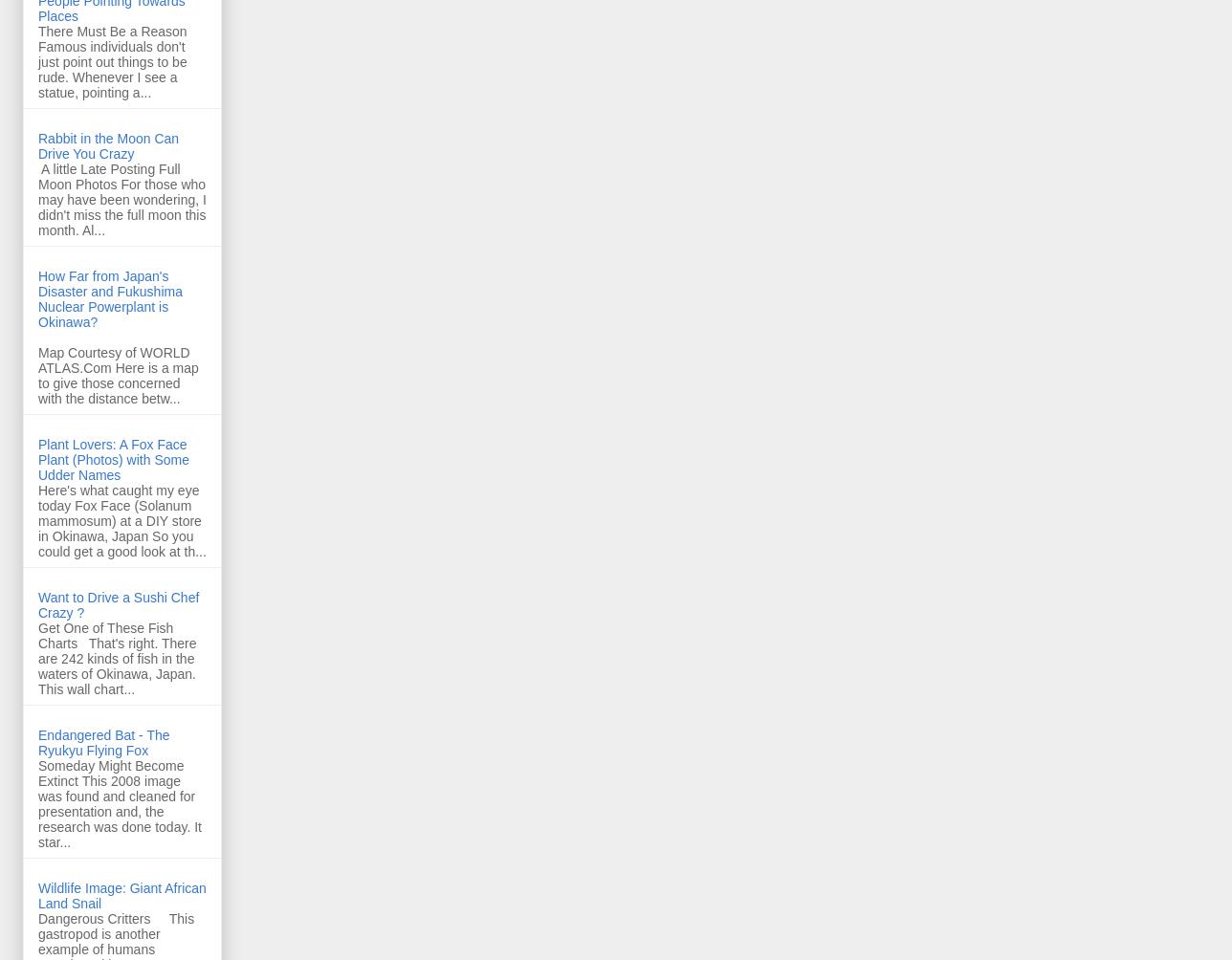 Image resolution: width=1232 pixels, height=960 pixels. I want to click on 'A little Late Posting Full Moon Photos           For those who may have been wondering, I didn't miss the full moon this month.     Al...', so click(121, 198).